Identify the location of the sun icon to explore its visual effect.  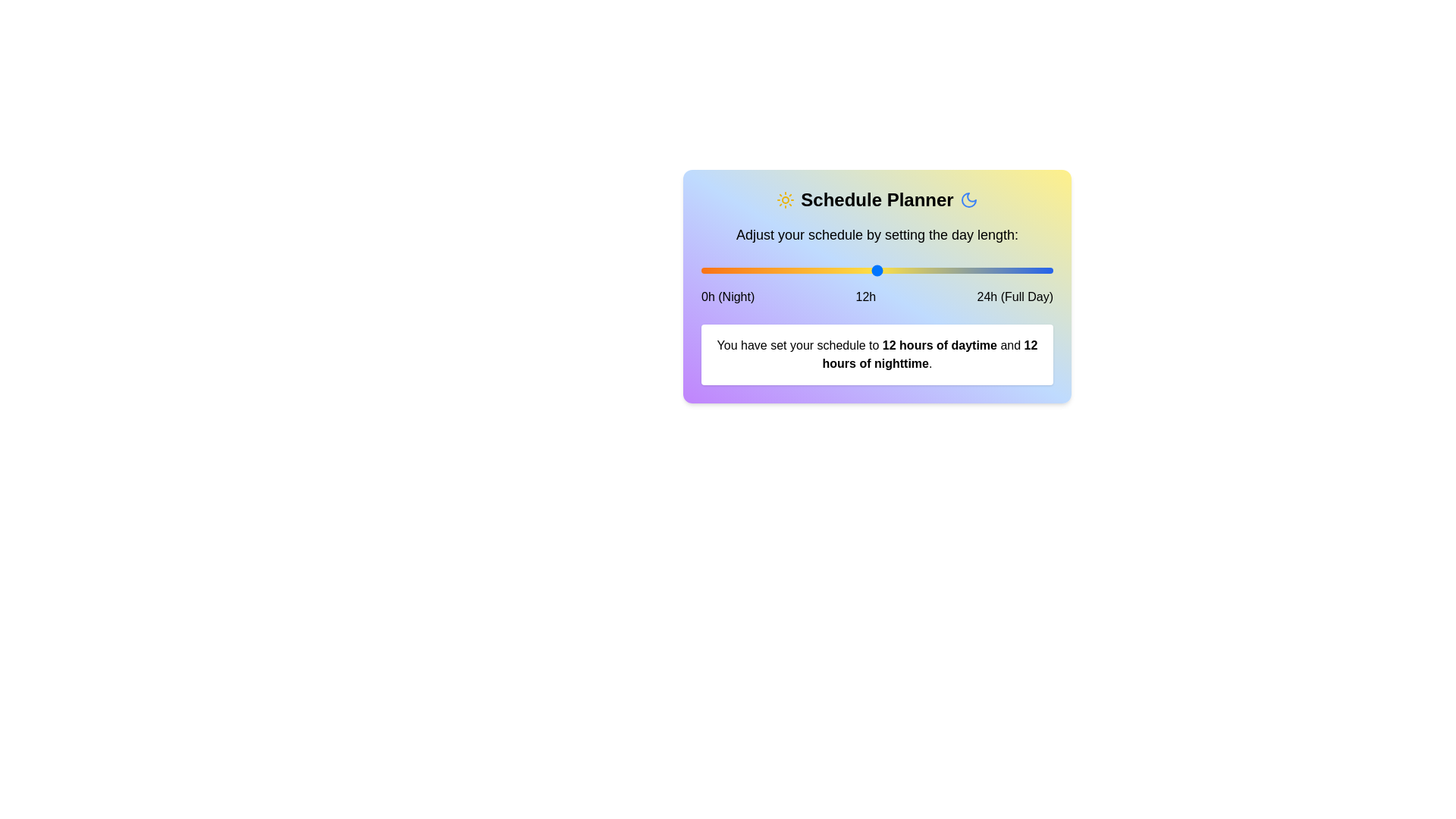
(786, 199).